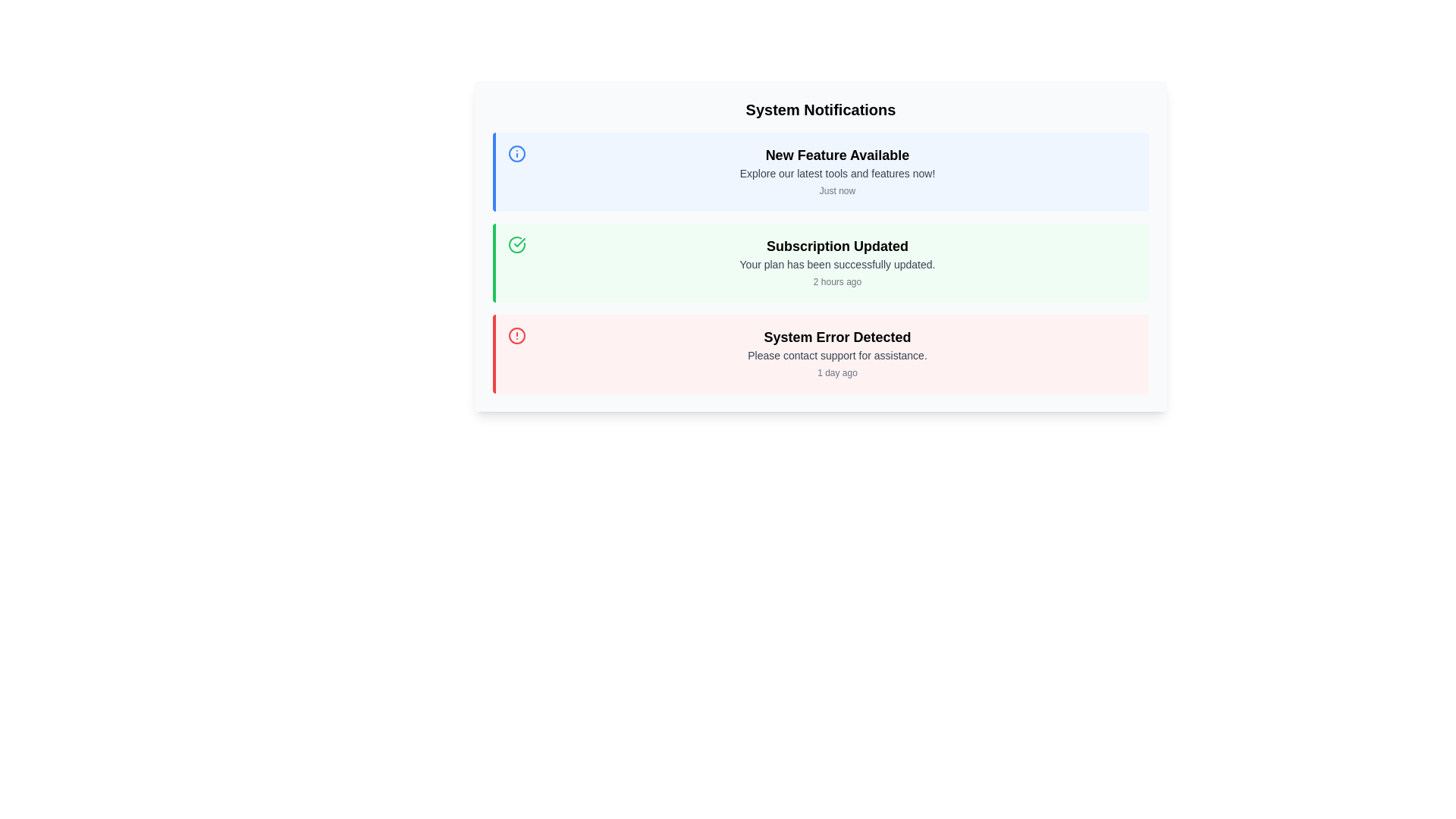 The width and height of the screenshot is (1456, 819). I want to click on the text message that reads 'Please contact support for assistance.' which is styled in small gray font on a light pink background, located below 'System Error Detected' and above the timestamp '1 day ago', so click(836, 356).